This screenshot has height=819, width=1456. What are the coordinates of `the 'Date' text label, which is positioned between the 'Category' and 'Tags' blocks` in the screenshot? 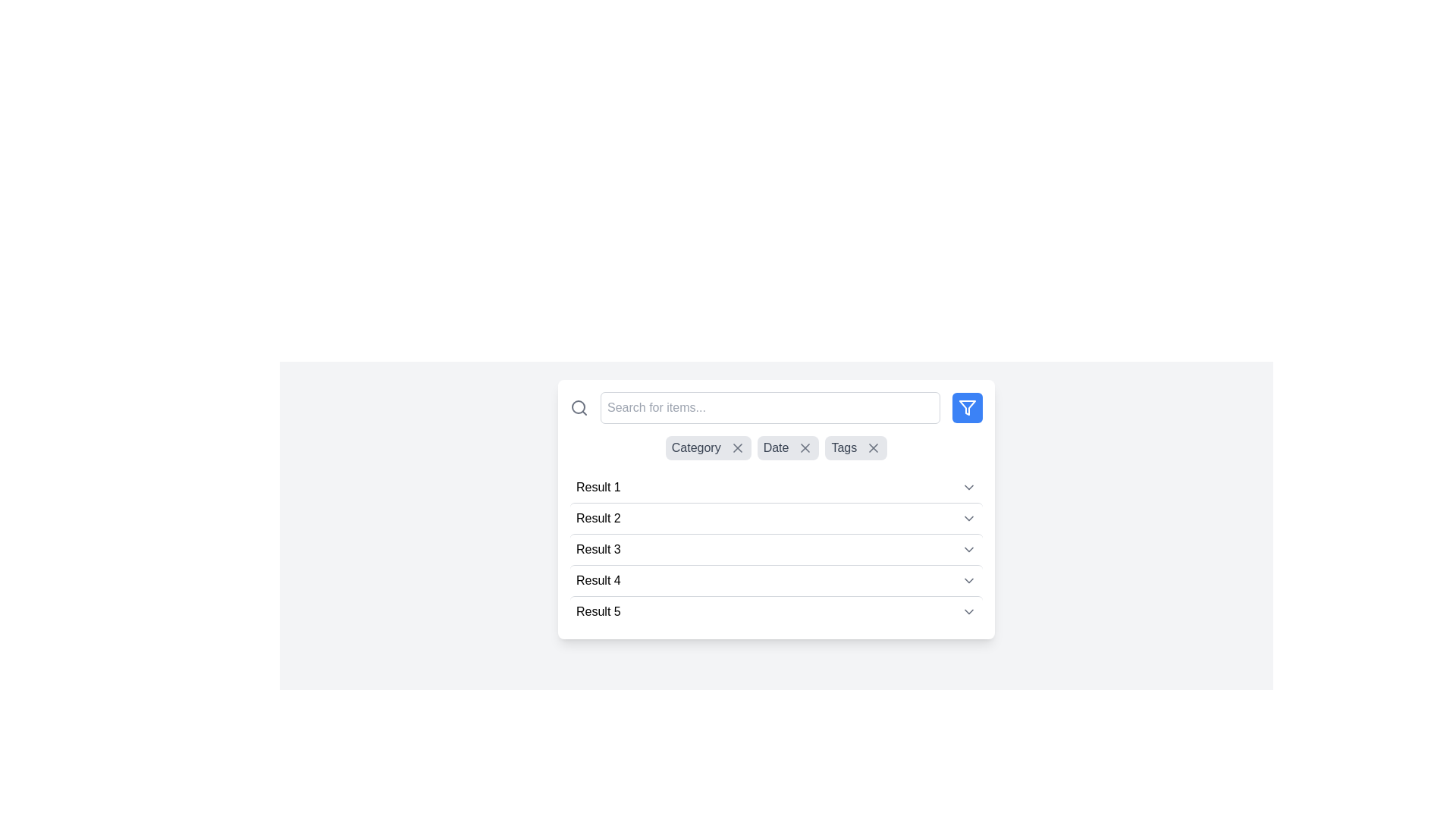 It's located at (776, 447).